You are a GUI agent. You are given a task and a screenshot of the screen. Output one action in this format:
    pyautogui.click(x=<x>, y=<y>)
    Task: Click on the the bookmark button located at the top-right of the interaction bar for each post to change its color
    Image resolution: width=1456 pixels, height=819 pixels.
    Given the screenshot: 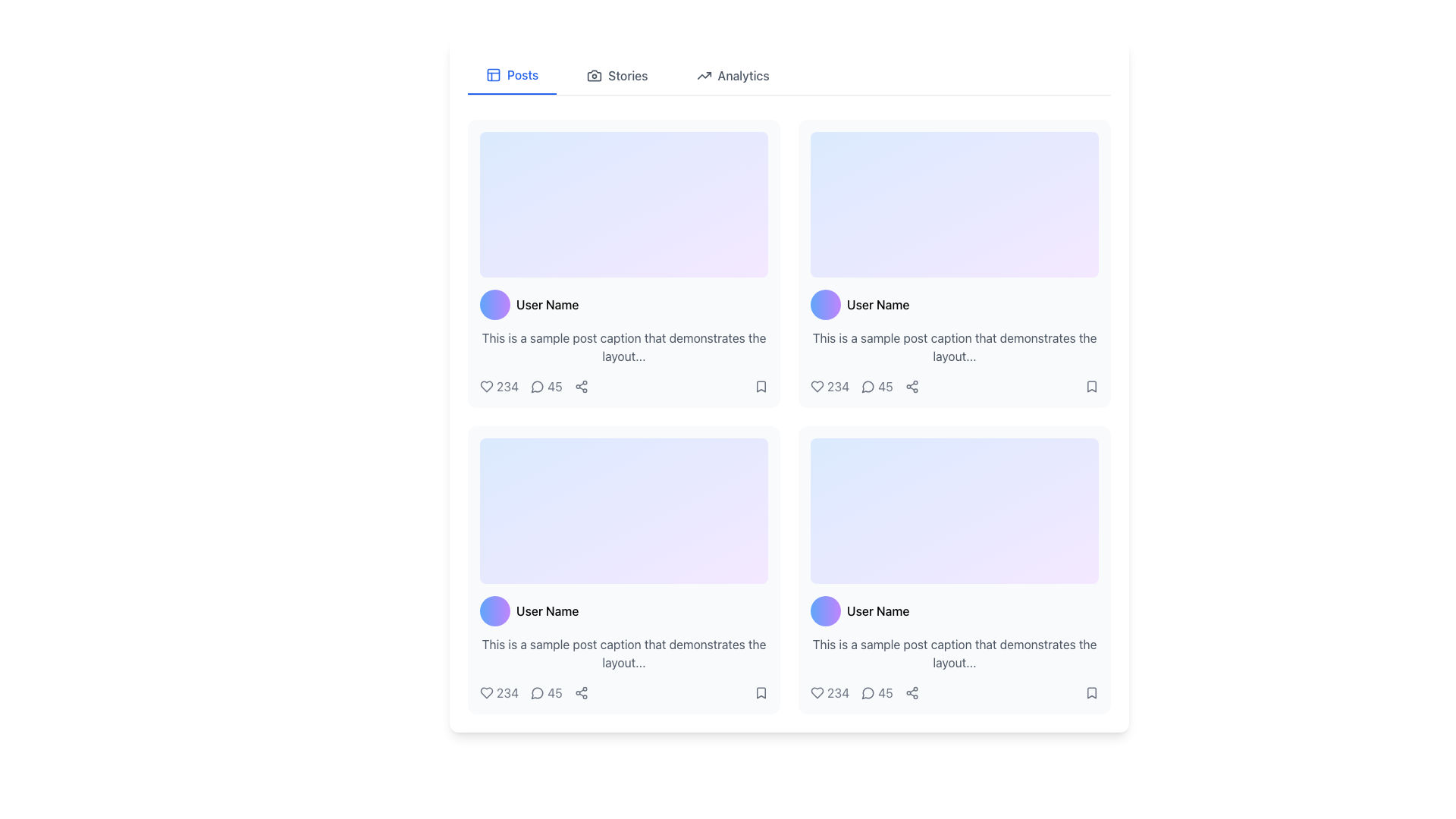 What is the action you would take?
    pyautogui.click(x=761, y=385)
    